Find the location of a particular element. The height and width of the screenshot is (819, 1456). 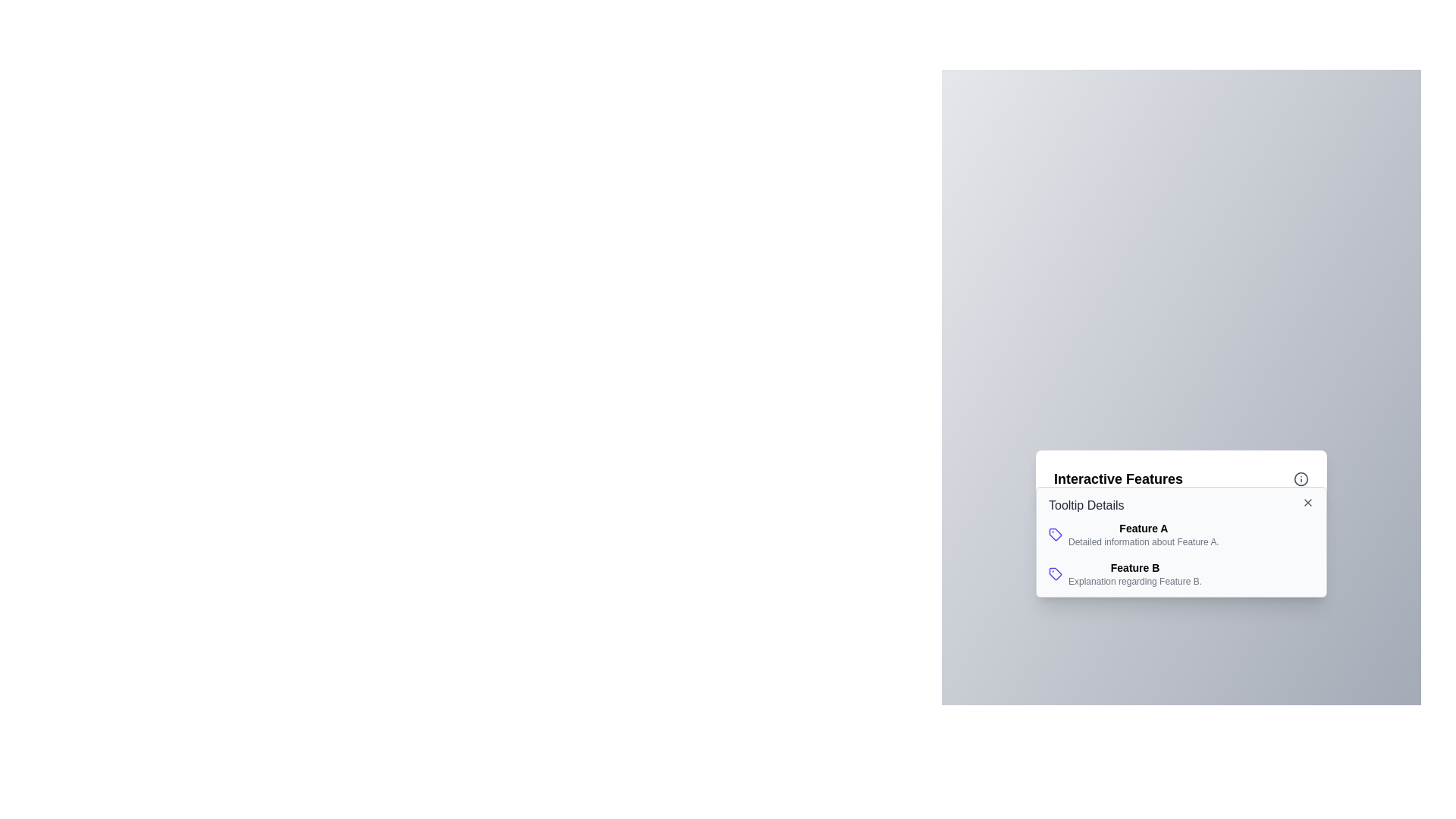

the label providing additional descriptive information about 'Feature A' located beneath the text 'Feature A' in the description panel for 'Interactive Features' is located at coordinates (1144, 541).